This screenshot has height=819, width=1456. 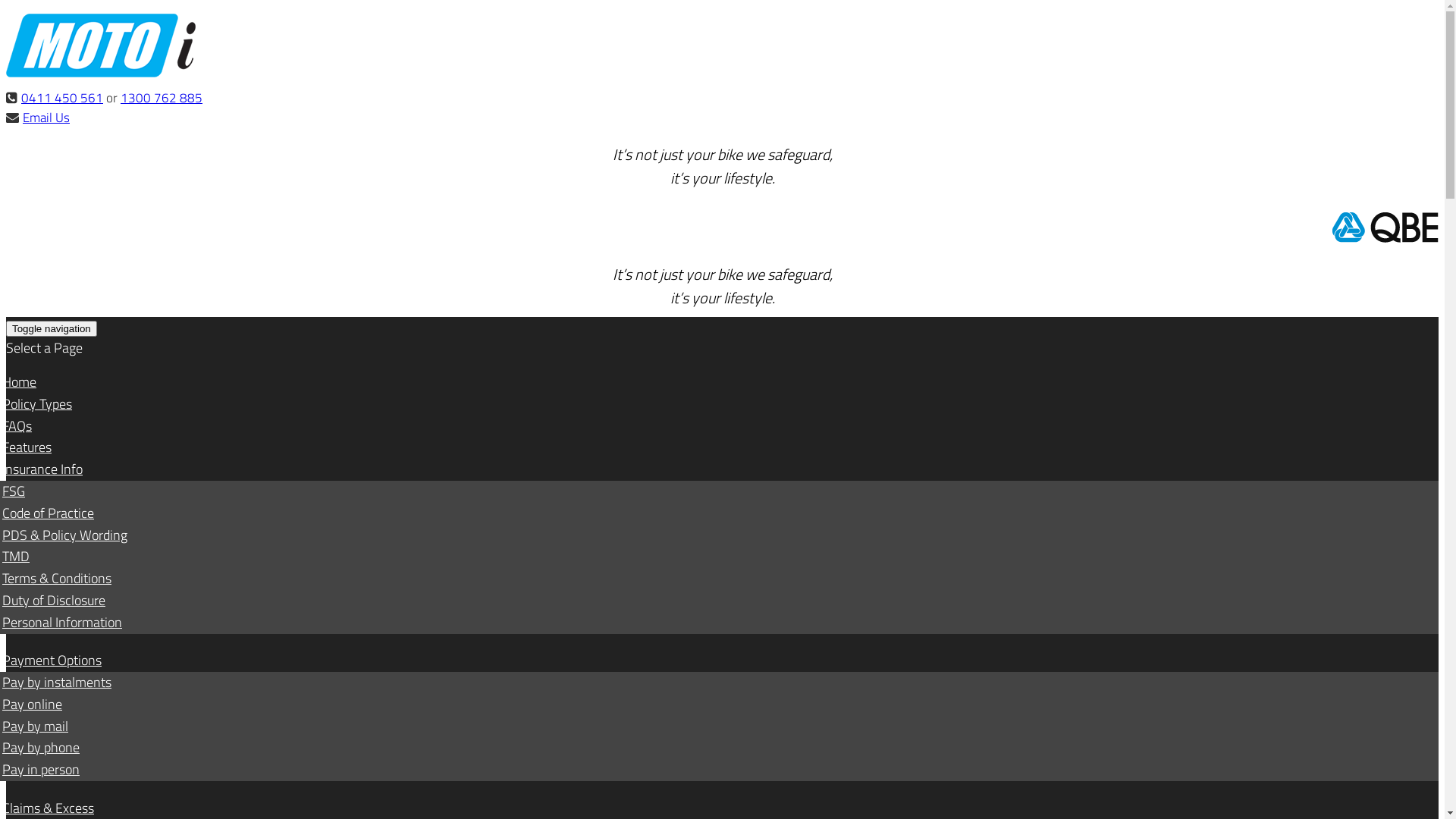 I want to click on 'Toggle navigation', so click(x=51, y=328).